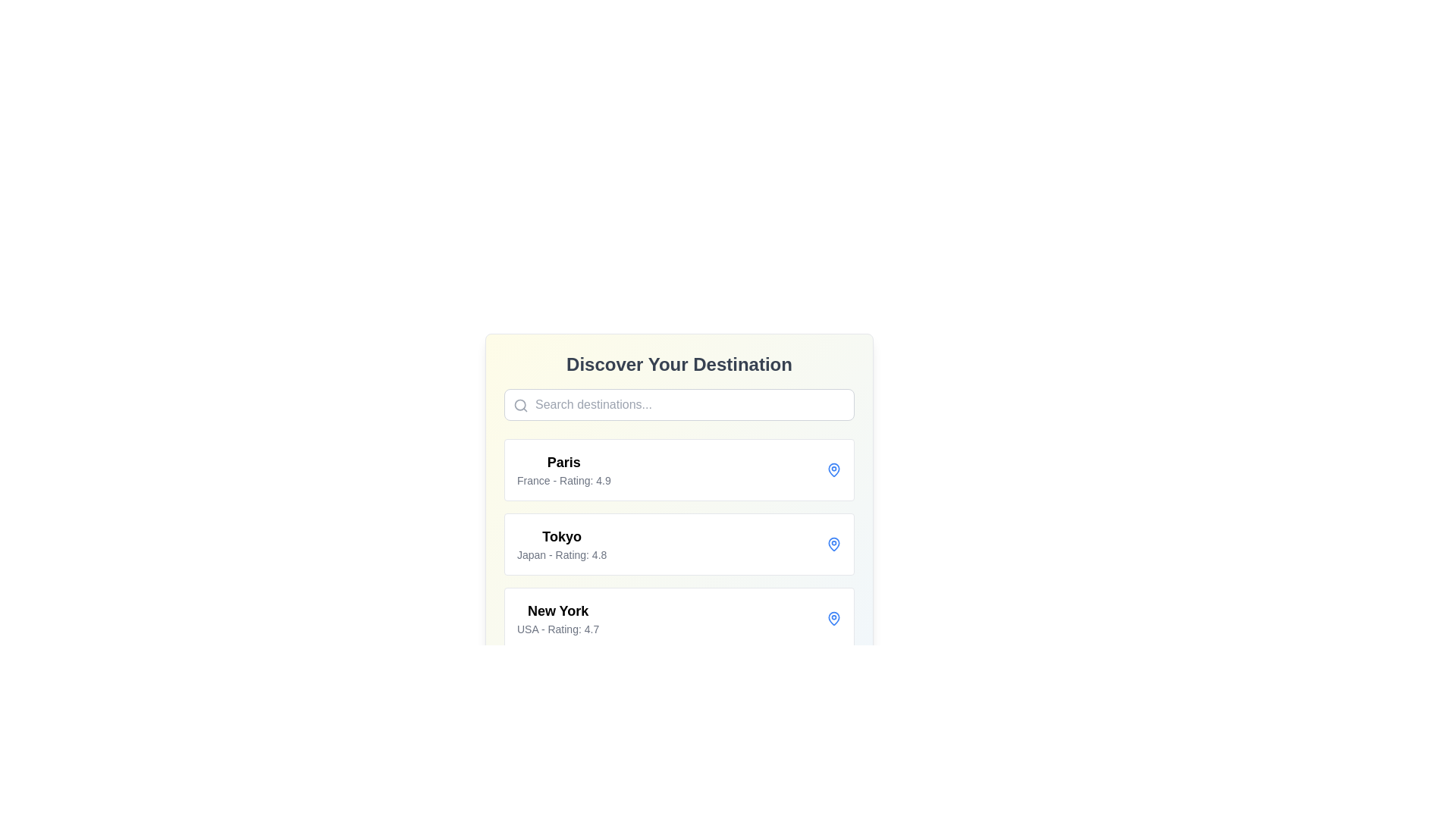  Describe the element at coordinates (520, 405) in the screenshot. I see `the decorative search icon located on the left side of the search bar, which visually indicates its search functionality` at that location.